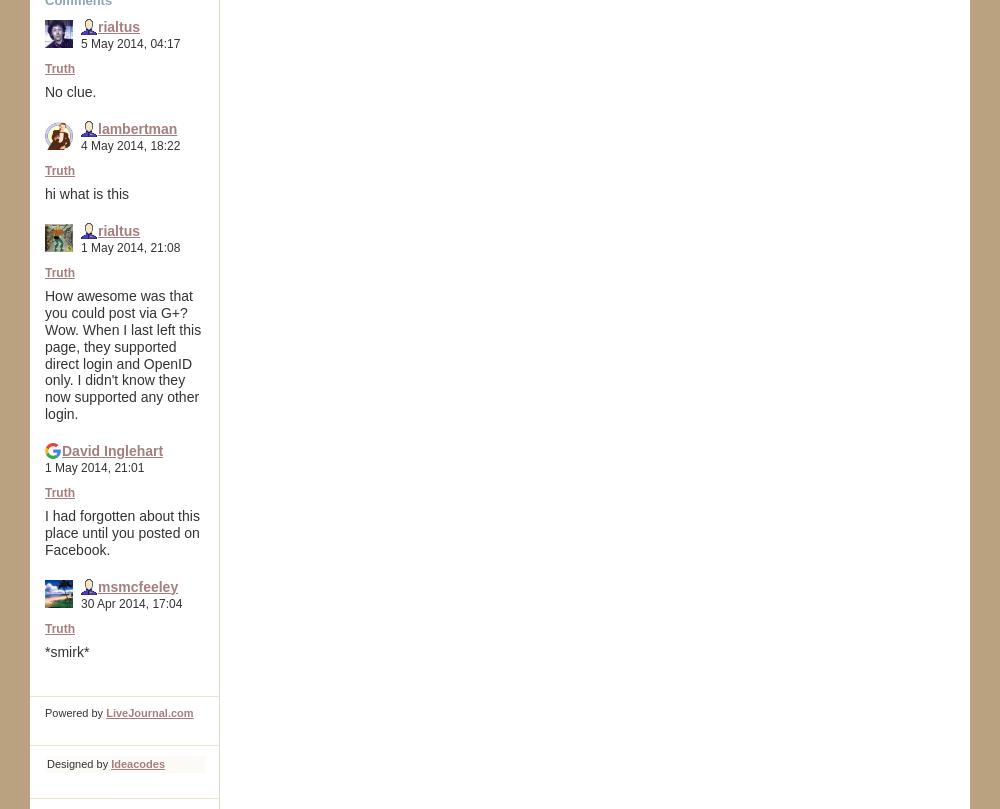 This screenshot has height=809, width=1000. What do you see at coordinates (130, 43) in the screenshot?
I see `'5 May 2014, 04:17'` at bounding box center [130, 43].